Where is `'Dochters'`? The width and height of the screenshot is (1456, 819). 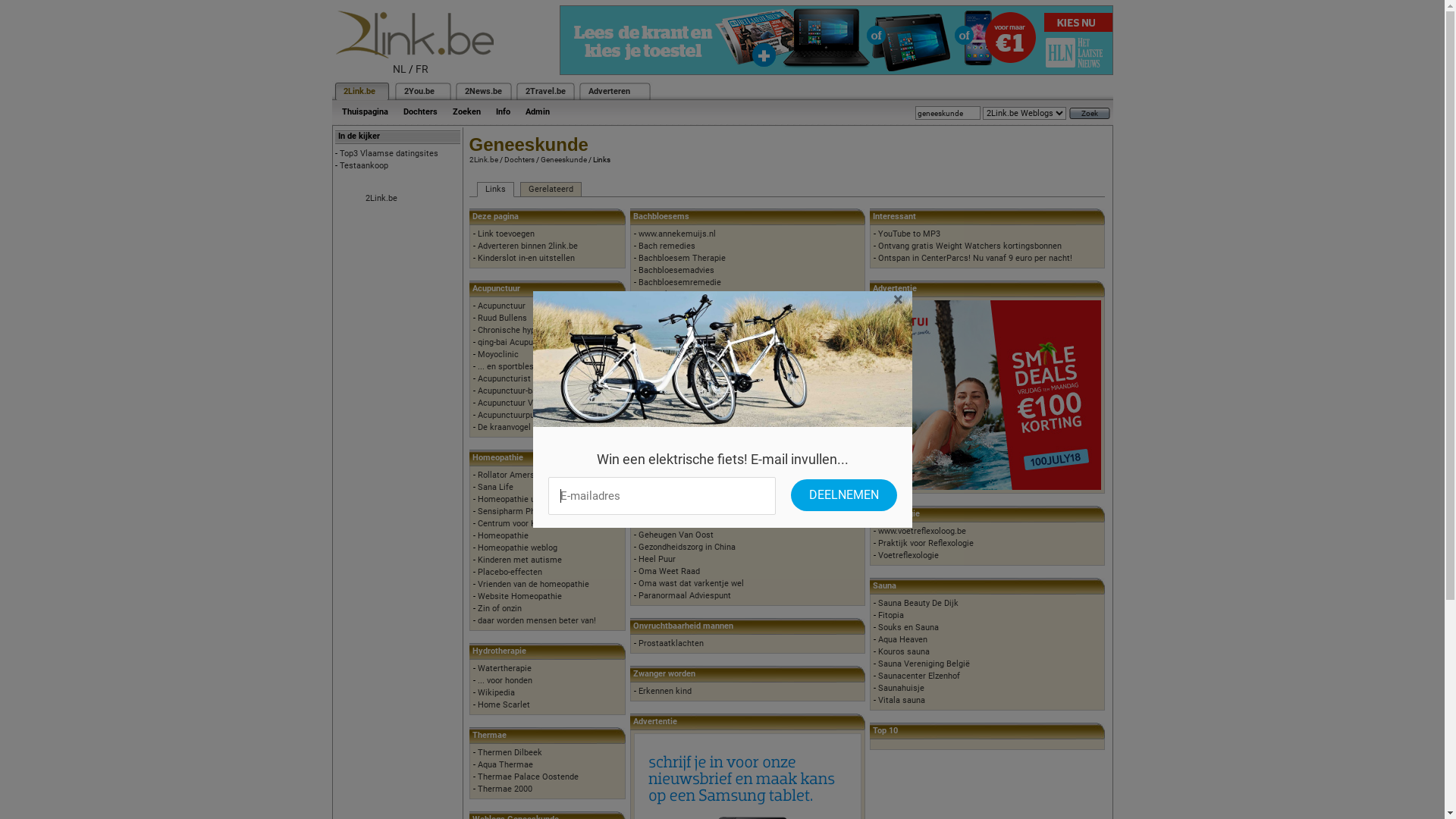
'Dochters' is located at coordinates (396, 111).